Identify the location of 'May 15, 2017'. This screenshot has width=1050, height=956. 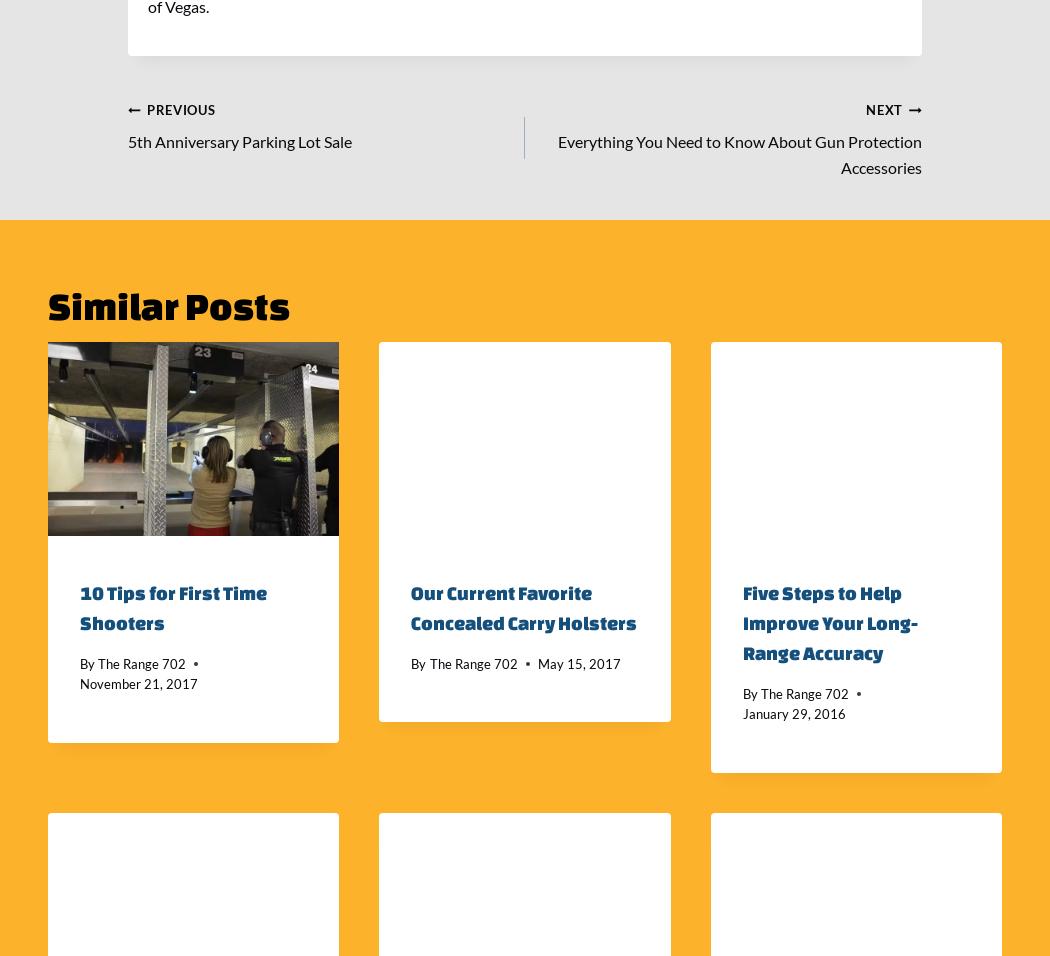
(577, 662).